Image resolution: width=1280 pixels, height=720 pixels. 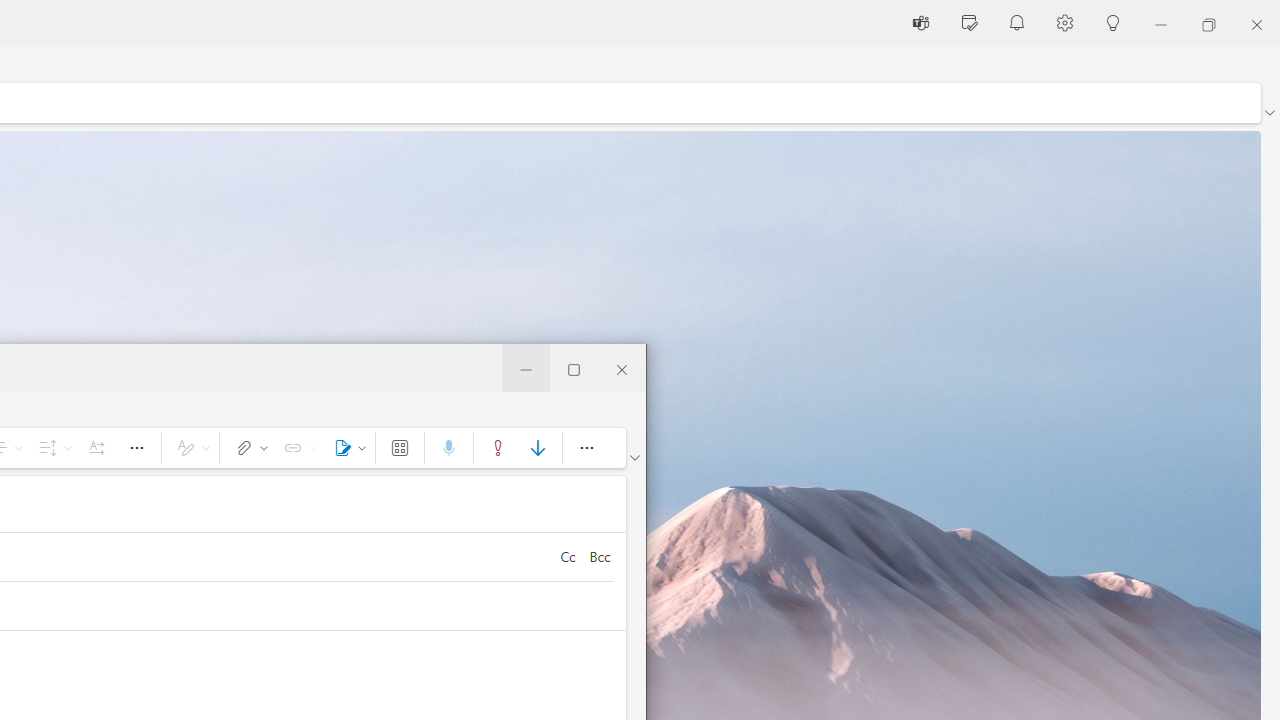 What do you see at coordinates (566, 556) in the screenshot?
I see `'Cc'` at bounding box center [566, 556].